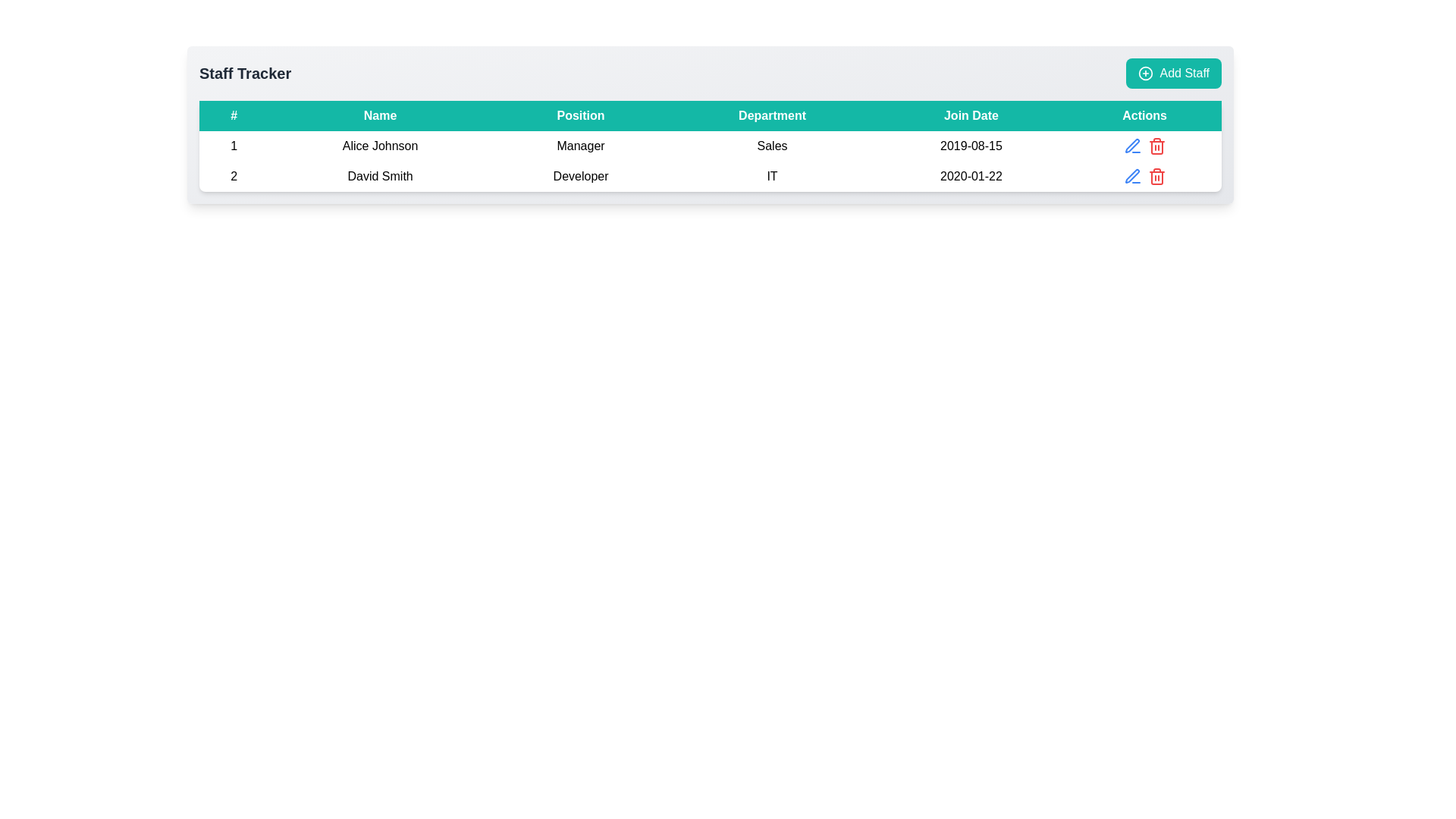 The width and height of the screenshot is (1456, 819). I want to click on the text display element showing the name 'David Smith' in the second row of the tabular interface, between the number '2' and the position 'Developer', so click(380, 175).